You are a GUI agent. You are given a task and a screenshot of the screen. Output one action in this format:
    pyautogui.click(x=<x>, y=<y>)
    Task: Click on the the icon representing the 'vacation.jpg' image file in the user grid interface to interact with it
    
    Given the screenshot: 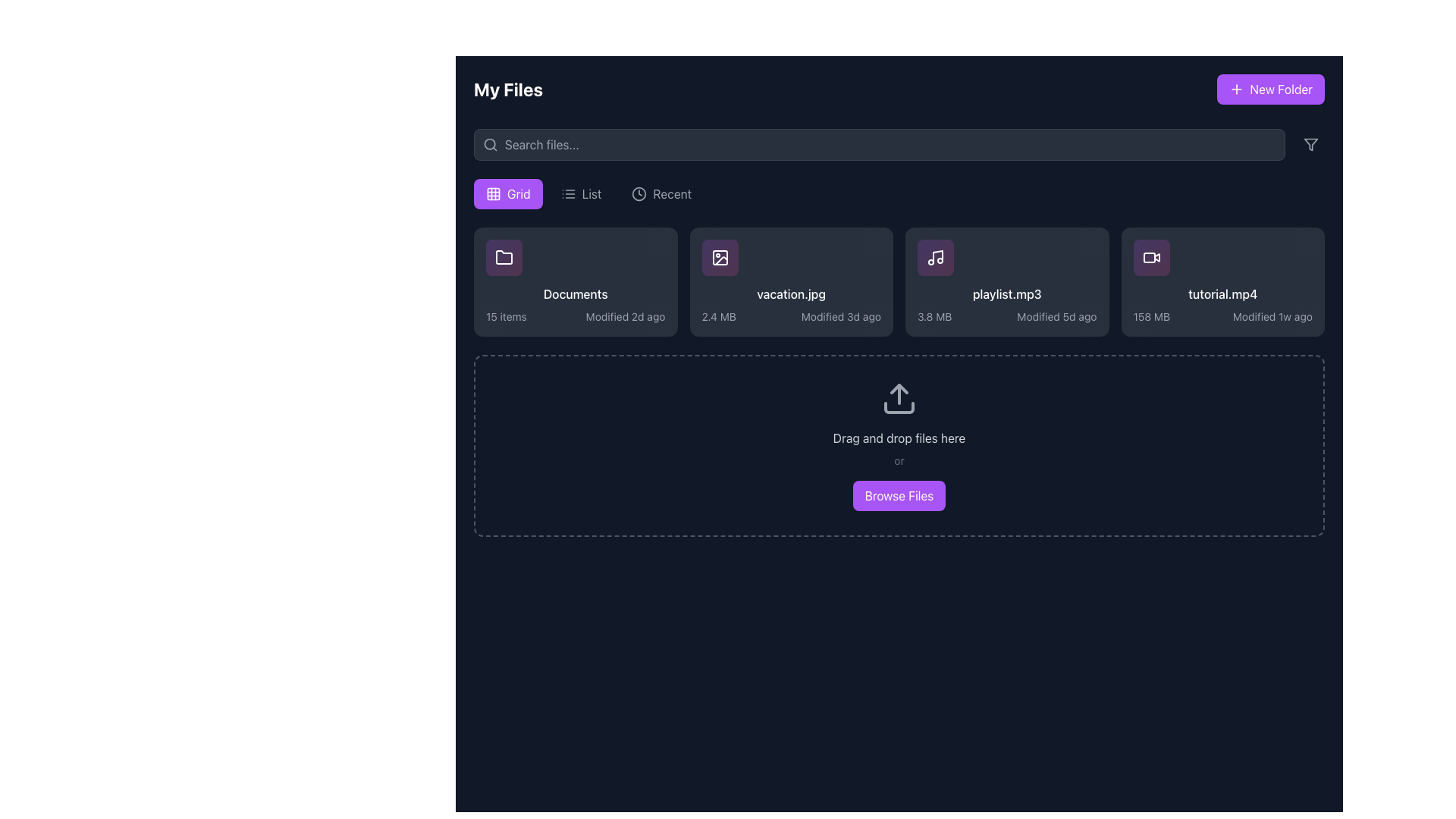 What is the action you would take?
    pyautogui.click(x=719, y=256)
    